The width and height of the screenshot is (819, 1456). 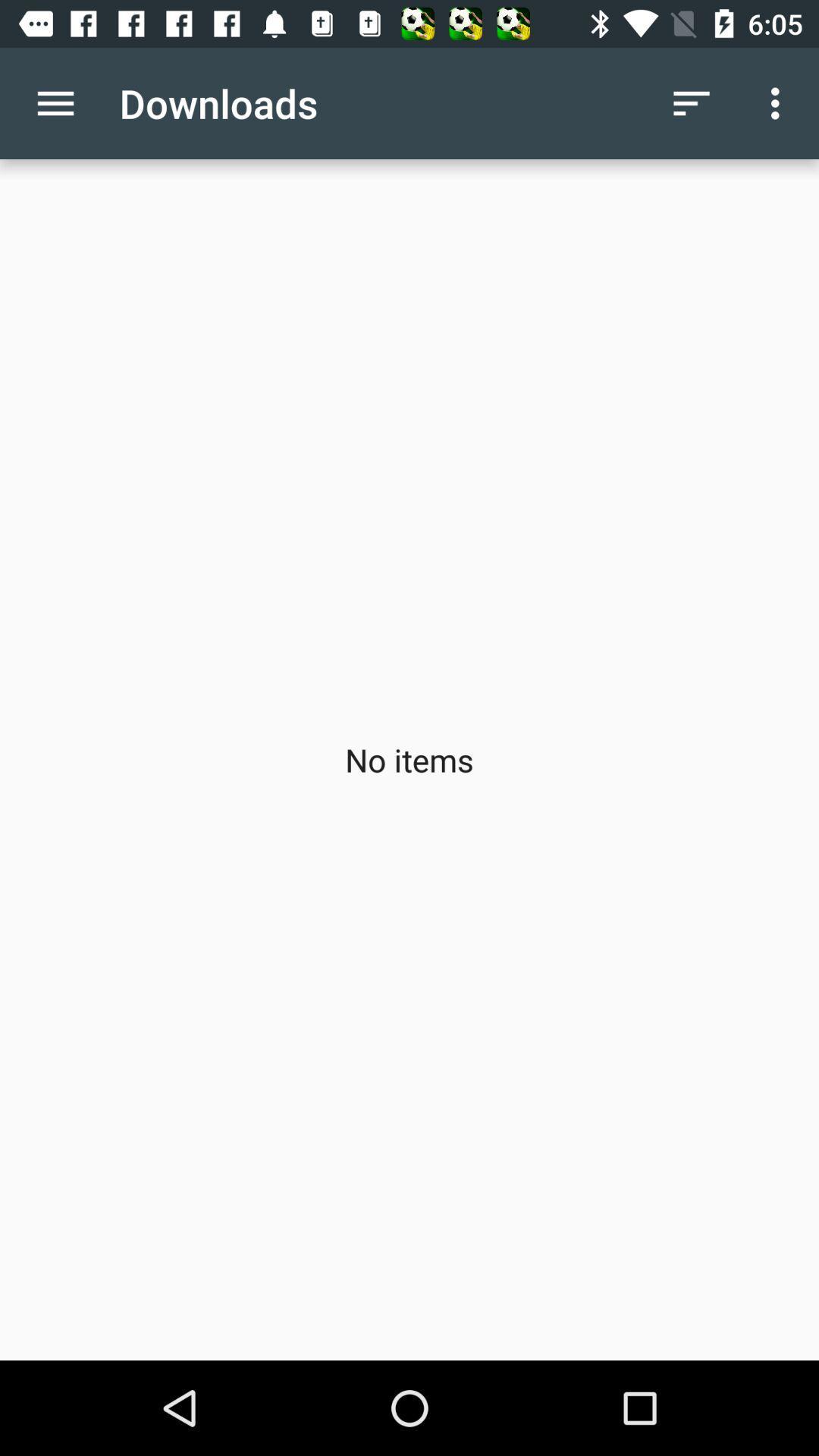 What do you see at coordinates (691, 102) in the screenshot?
I see `app to the right of downloads app` at bounding box center [691, 102].